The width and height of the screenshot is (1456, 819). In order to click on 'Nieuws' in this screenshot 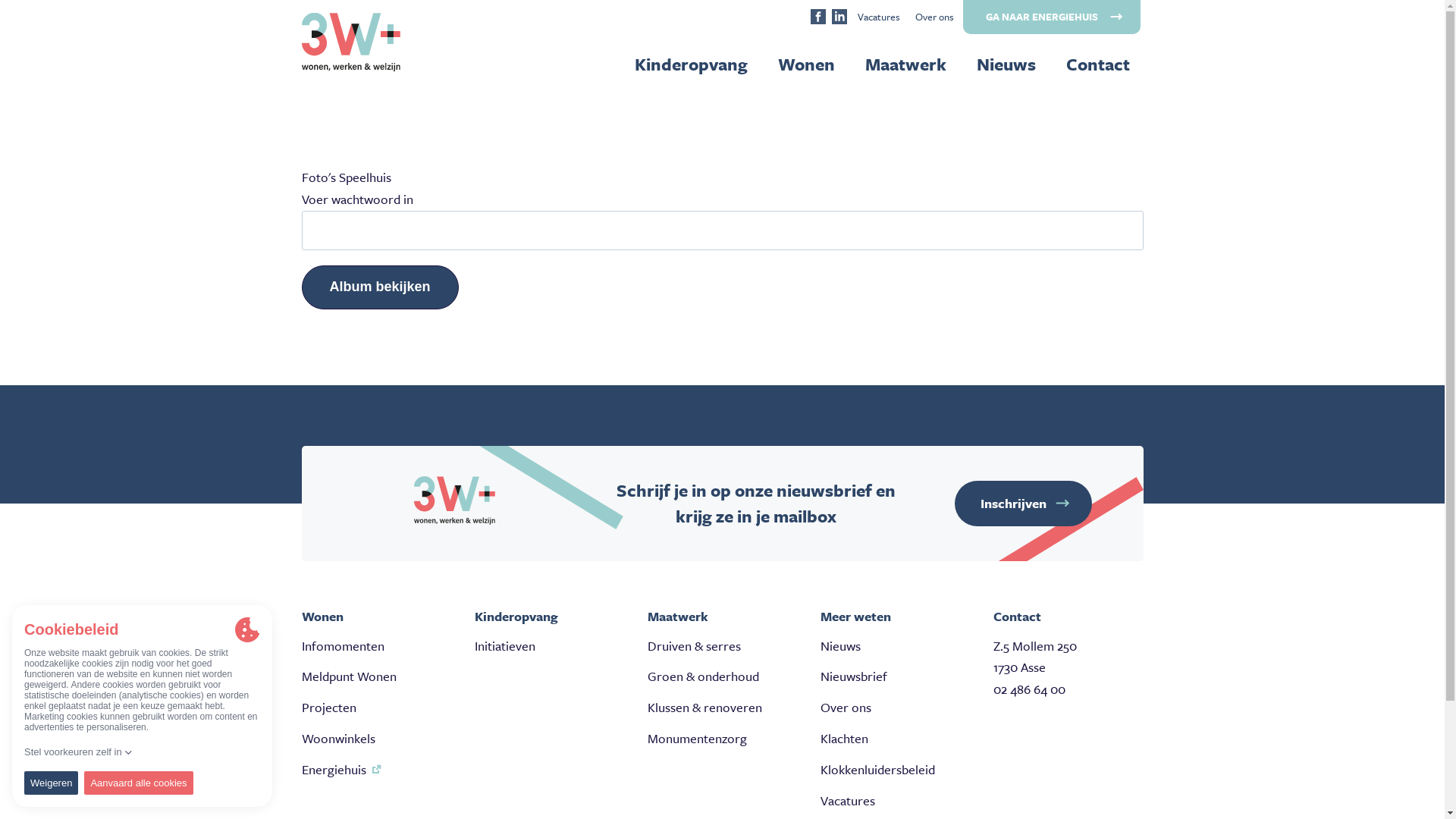, I will do `click(819, 645)`.